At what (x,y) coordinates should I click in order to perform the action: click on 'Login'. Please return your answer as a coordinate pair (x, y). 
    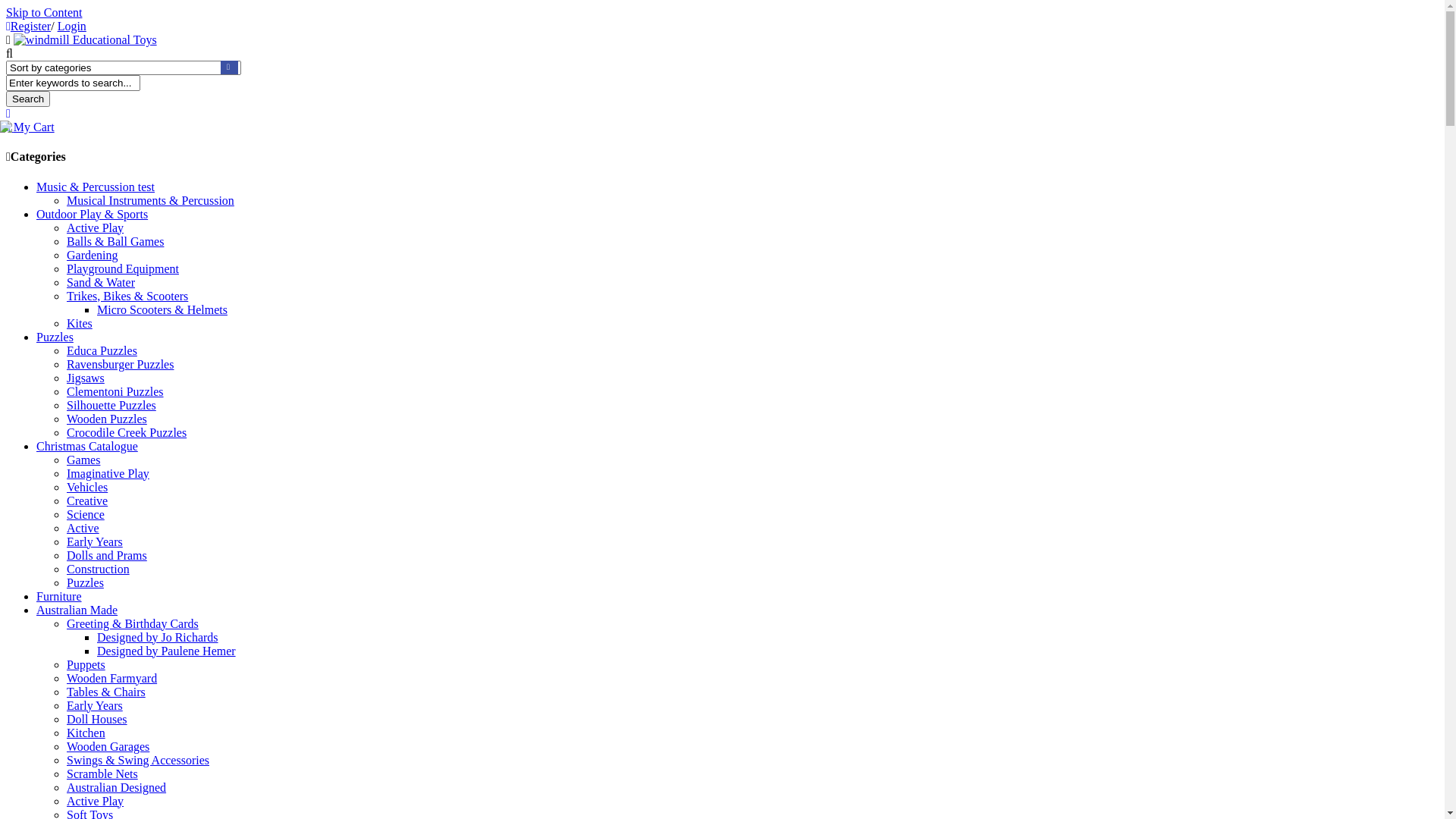
    Looking at the image, I should click on (58, 26).